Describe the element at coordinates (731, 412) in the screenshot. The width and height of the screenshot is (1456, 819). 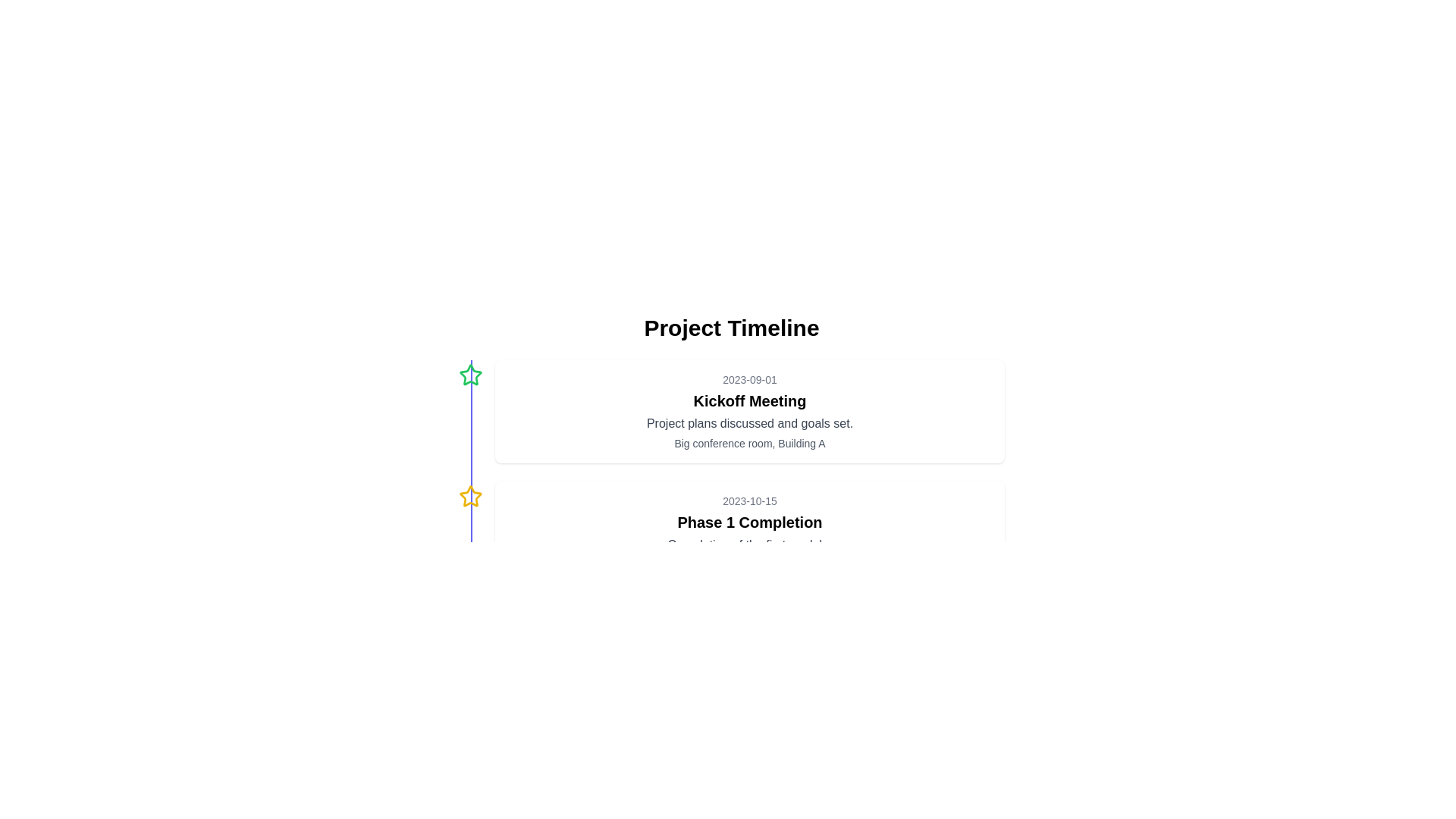
I see `the Informational Panel containing the title 'Kickoff Meeting'` at that location.